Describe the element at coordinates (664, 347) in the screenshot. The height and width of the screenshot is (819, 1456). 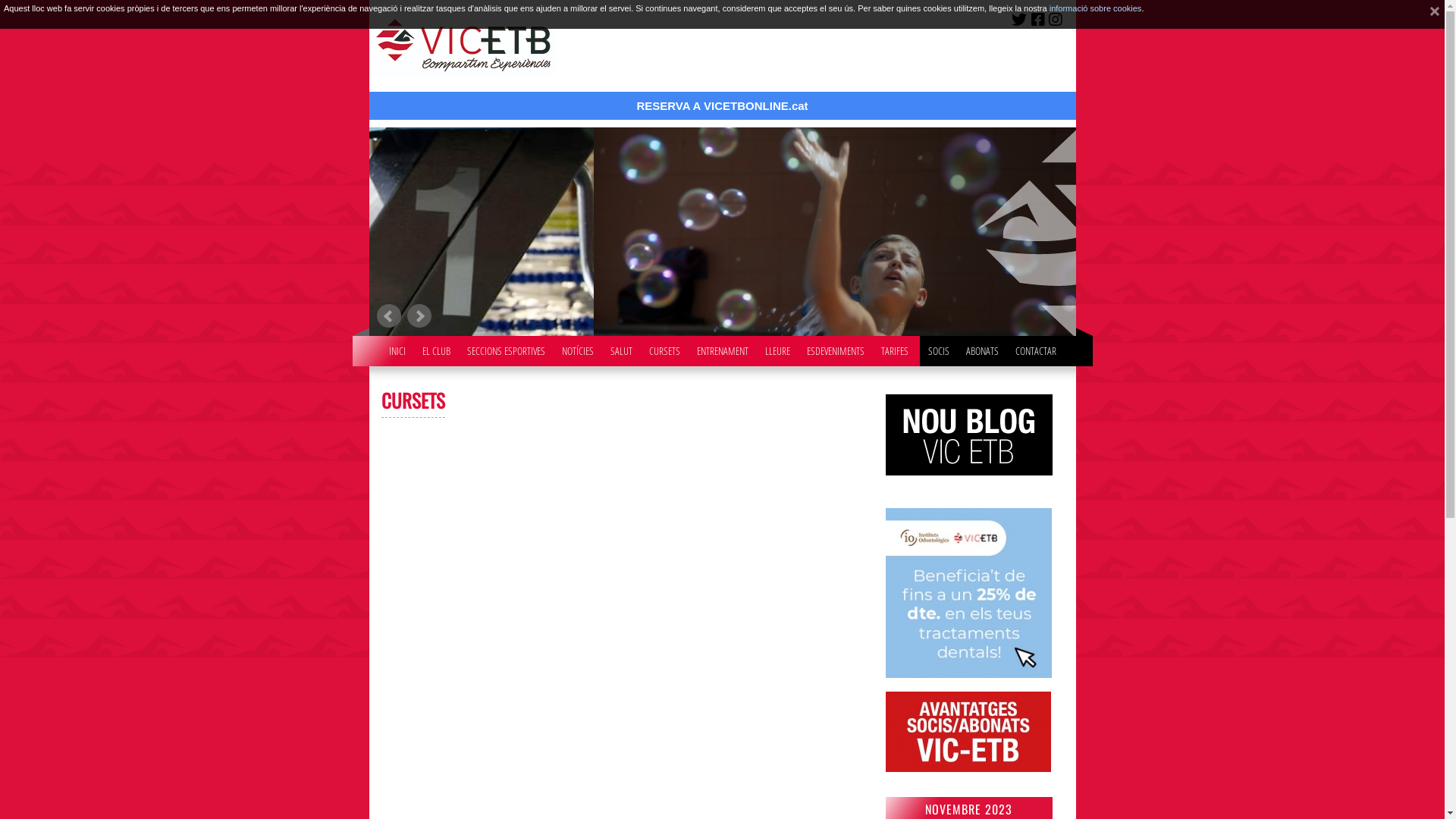
I see `'CURSETS'` at that location.